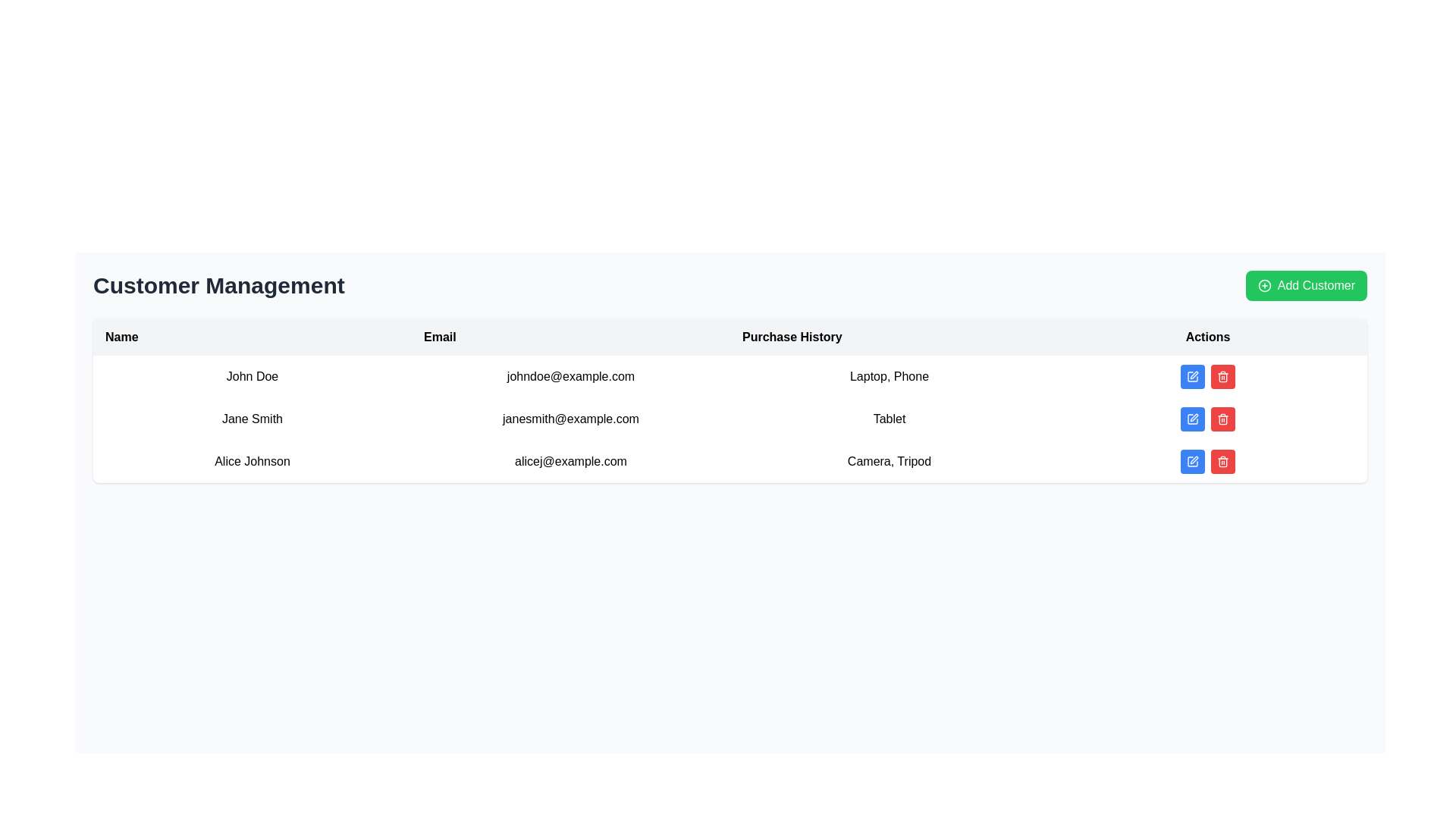 This screenshot has width=1456, height=819. What do you see at coordinates (1222, 461) in the screenshot?
I see `the trash icon located within the row associated with the user 'Alice Johnson' to initiate a delete action` at bounding box center [1222, 461].